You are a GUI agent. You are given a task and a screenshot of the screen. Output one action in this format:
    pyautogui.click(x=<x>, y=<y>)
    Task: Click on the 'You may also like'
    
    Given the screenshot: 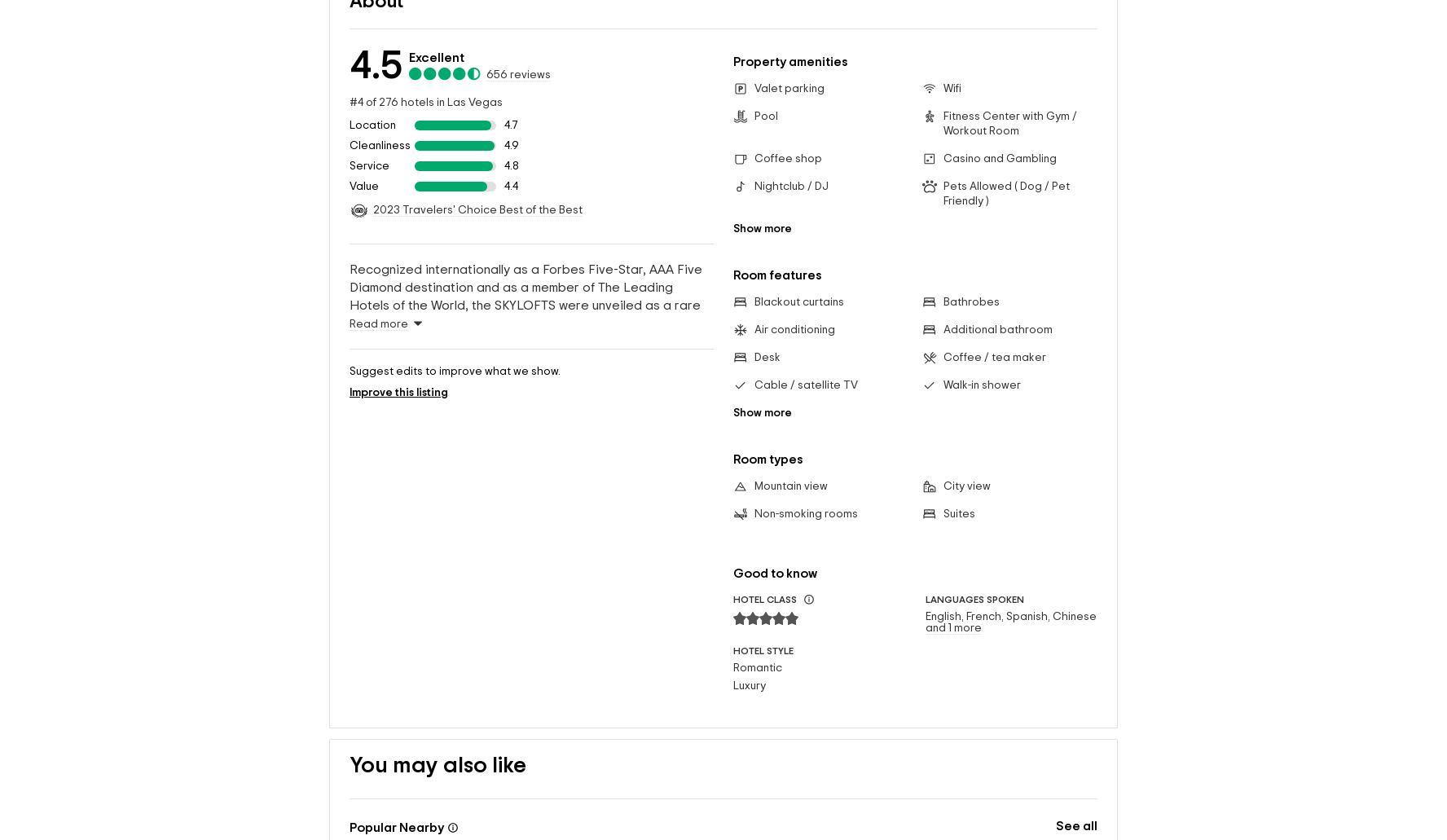 What is the action you would take?
    pyautogui.click(x=438, y=740)
    